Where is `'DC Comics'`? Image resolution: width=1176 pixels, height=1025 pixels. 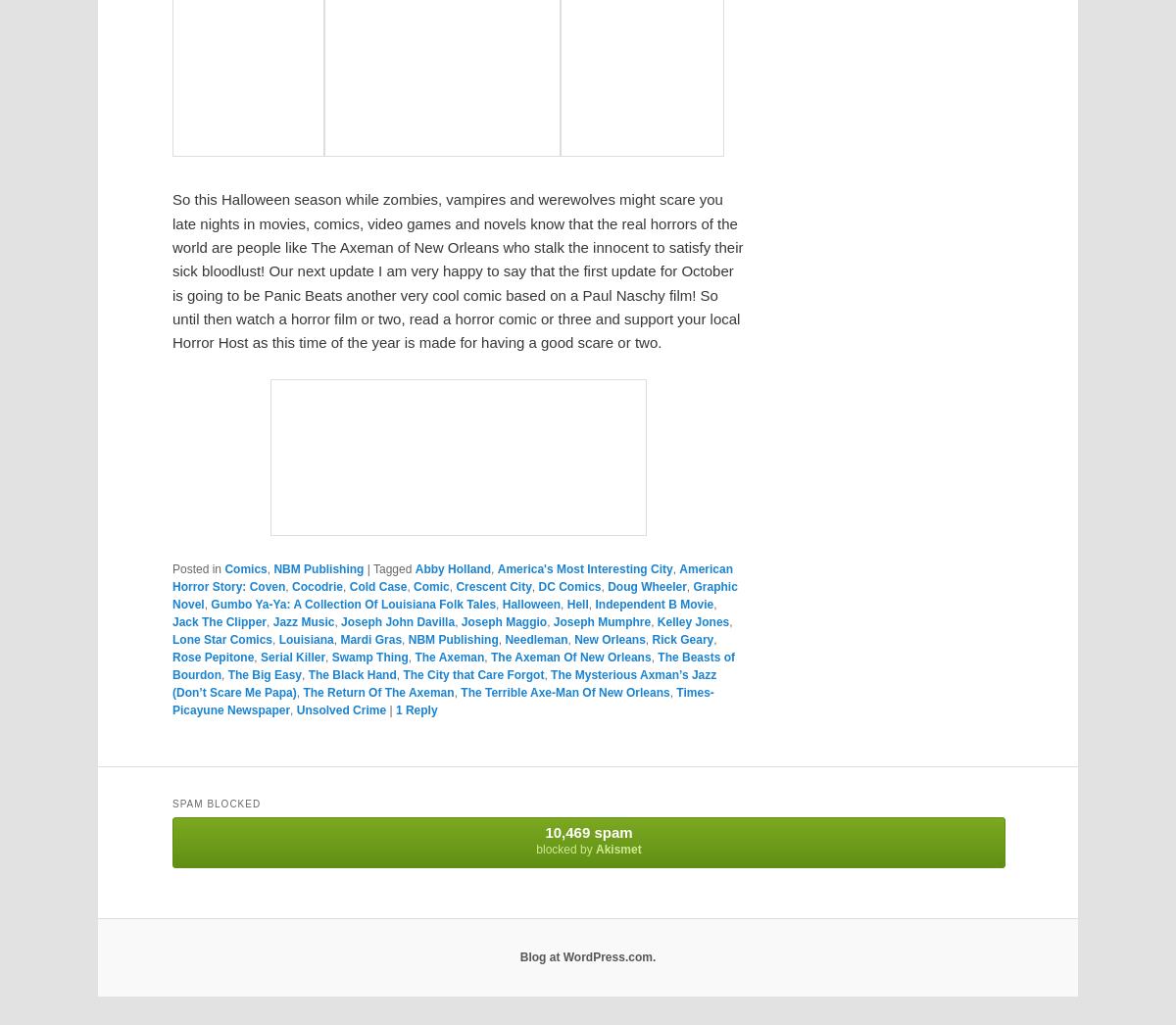
'DC Comics' is located at coordinates (568, 585).